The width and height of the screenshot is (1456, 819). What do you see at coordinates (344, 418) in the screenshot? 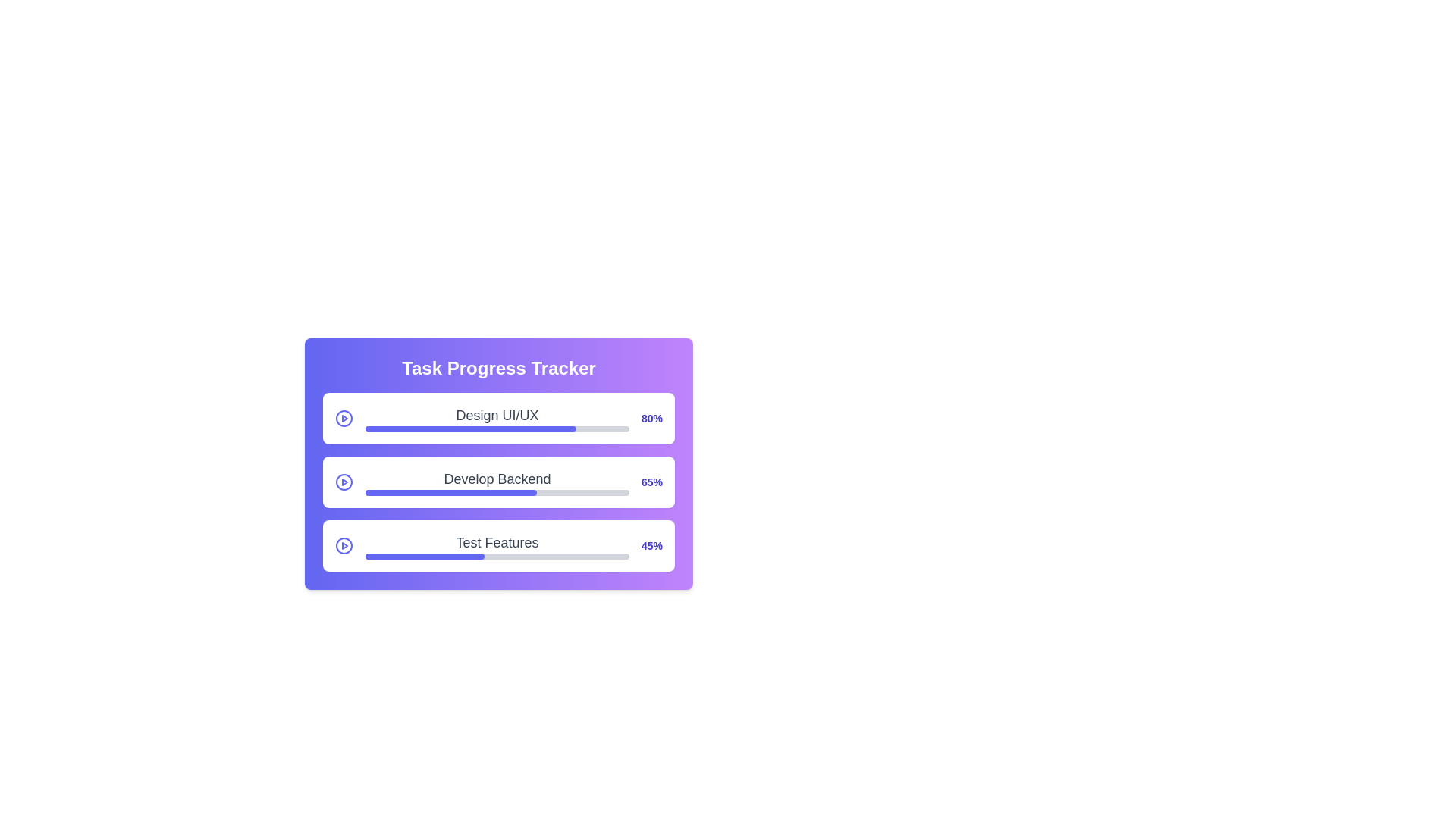
I see `the circular play icon with a hollow outline and triangular play button at its center, located to the far left of the task named 'Design UI/UX'` at bounding box center [344, 418].